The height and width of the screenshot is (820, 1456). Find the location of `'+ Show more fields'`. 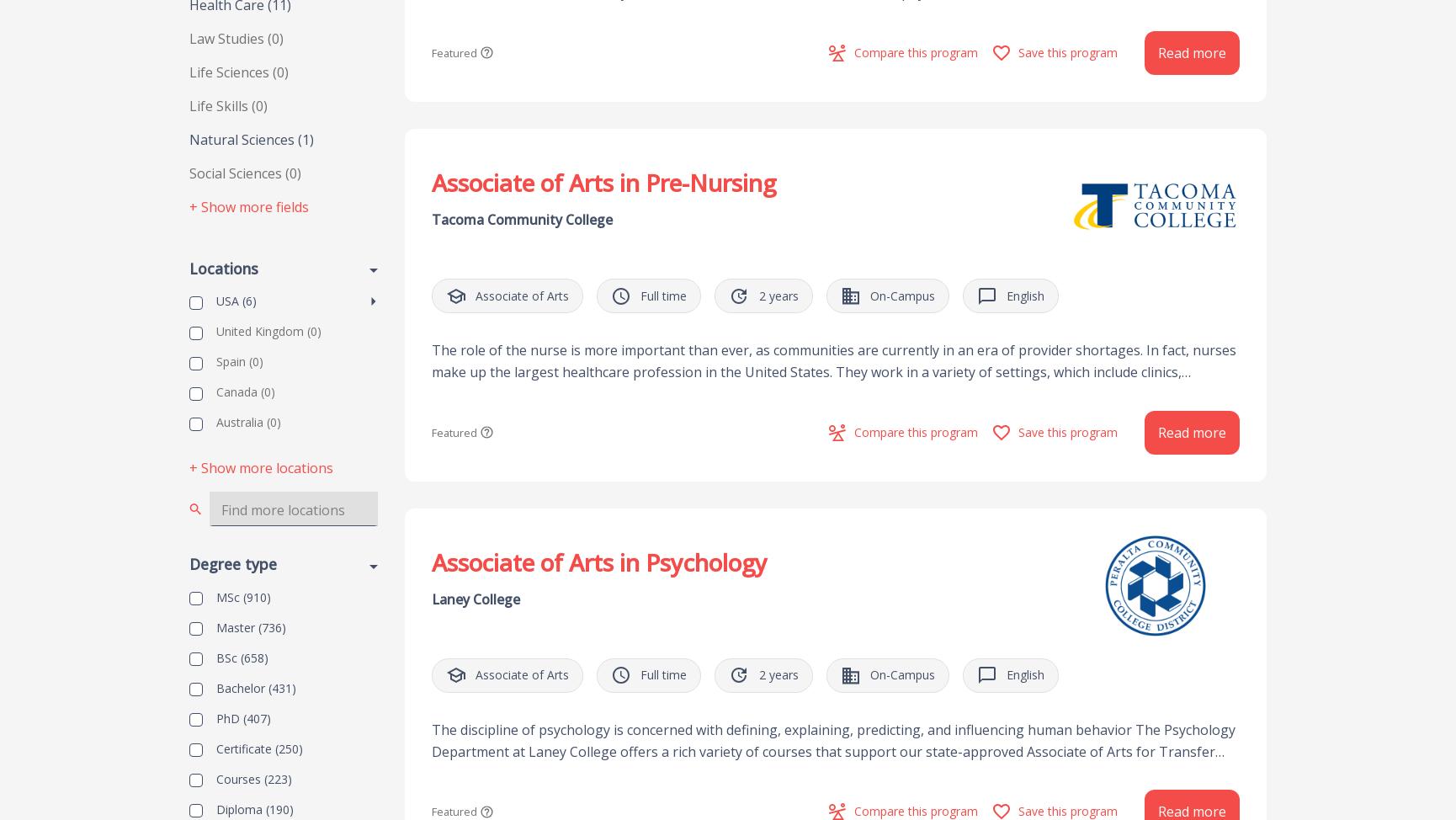

'+ Show more fields' is located at coordinates (189, 206).